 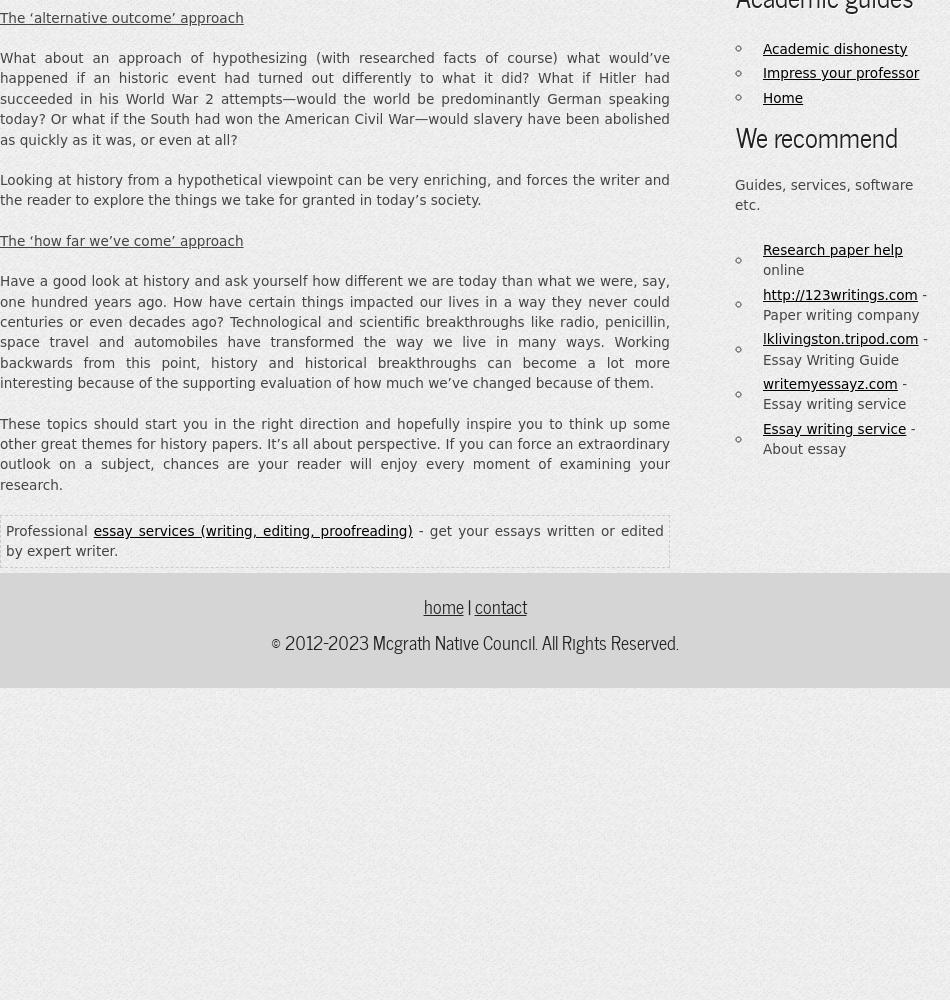 What do you see at coordinates (333, 452) in the screenshot?
I see `'These topics should start you in the right direction and hopefully inspire you to think up some other great themes for history papers. It’s all about perspective. If you can force an extraordinary outlook on a subject, chances are your reader will enjoy every moment of examining your research.'` at bounding box center [333, 452].